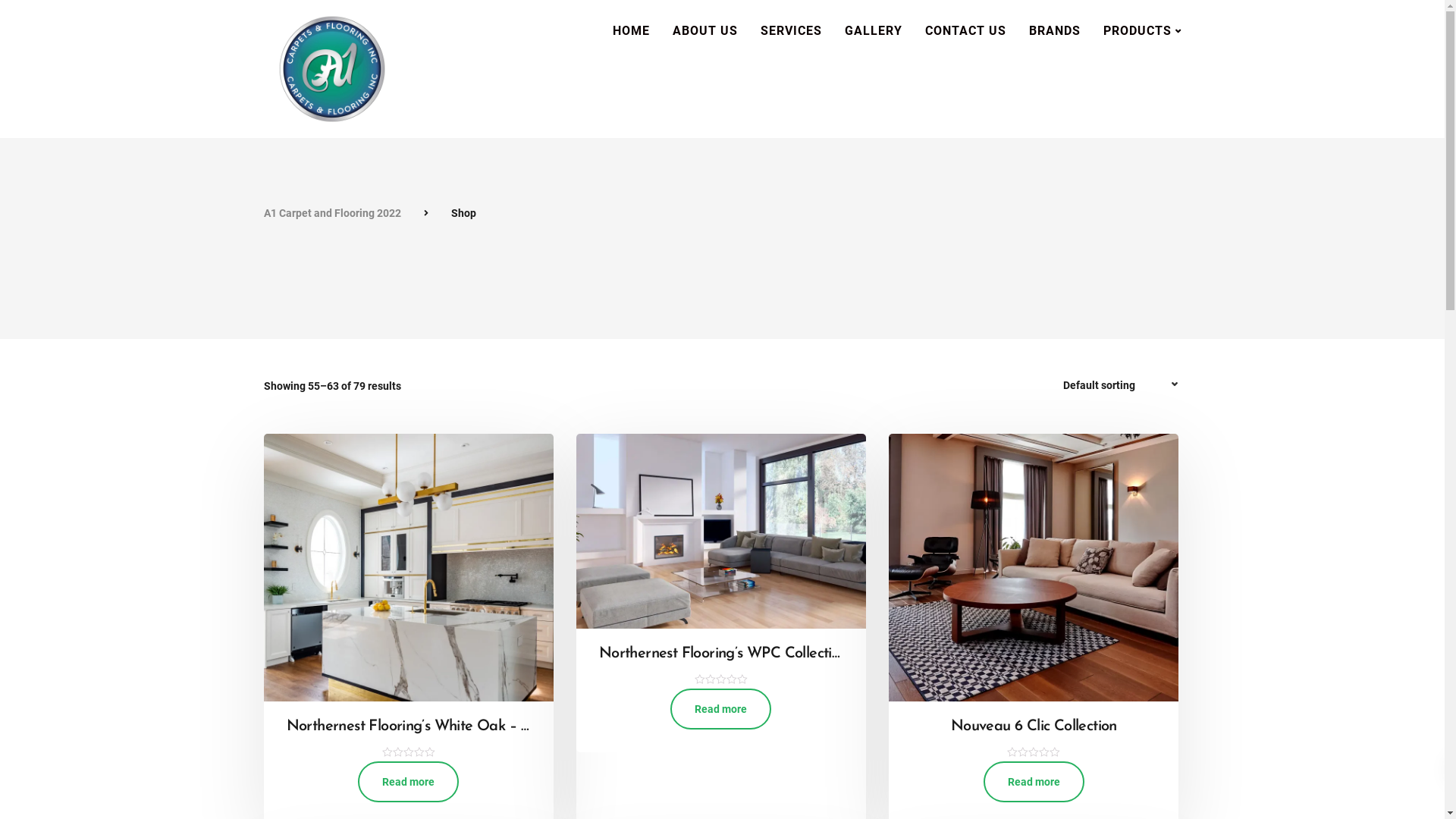 This screenshot has height=819, width=1456. Describe the element at coordinates (873, 31) in the screenshot. I see `'GALLERY'` at that location.